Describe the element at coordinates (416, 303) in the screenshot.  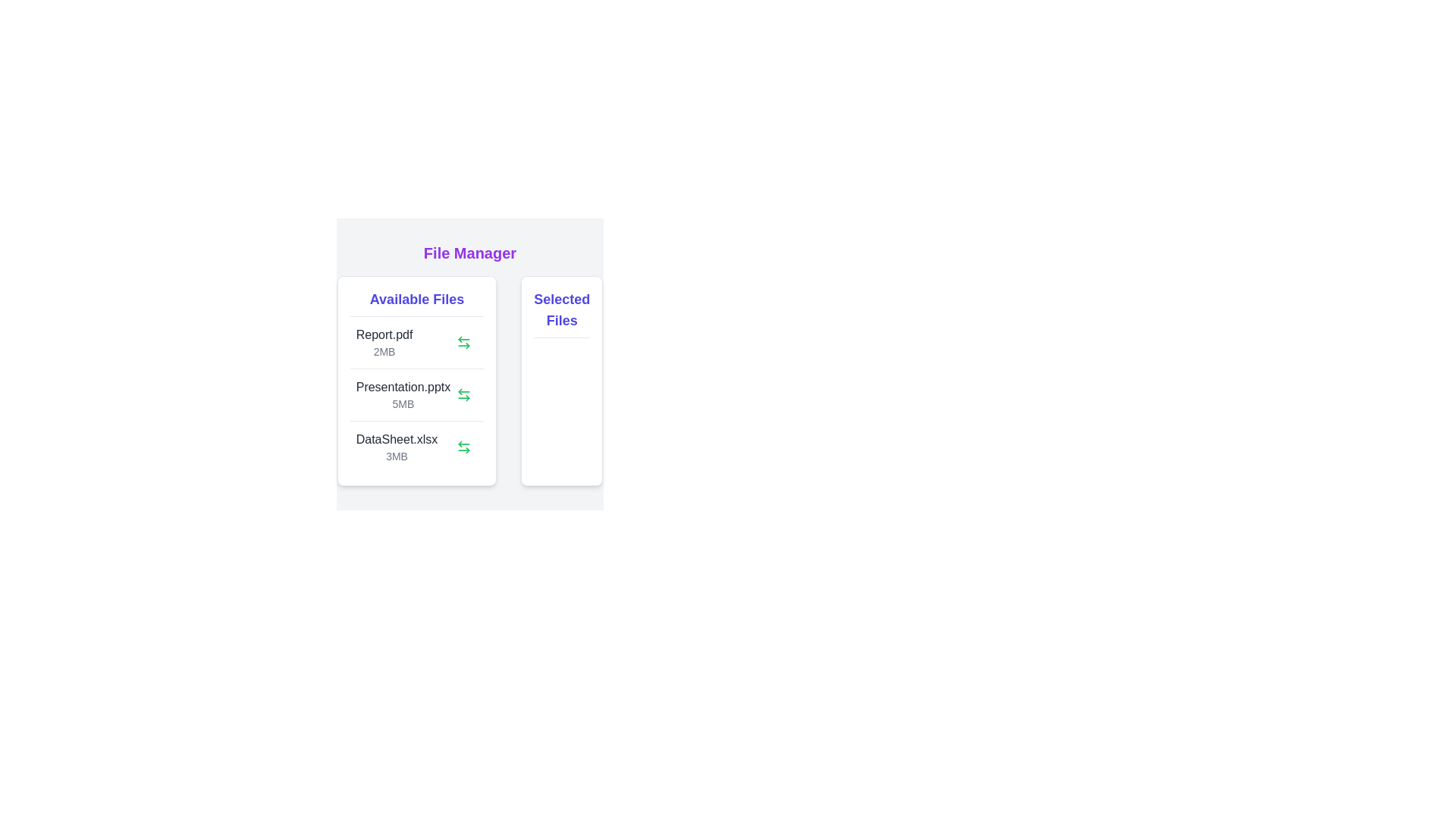
I see `the text header UI element that indicates 'Available Files'` at that location.